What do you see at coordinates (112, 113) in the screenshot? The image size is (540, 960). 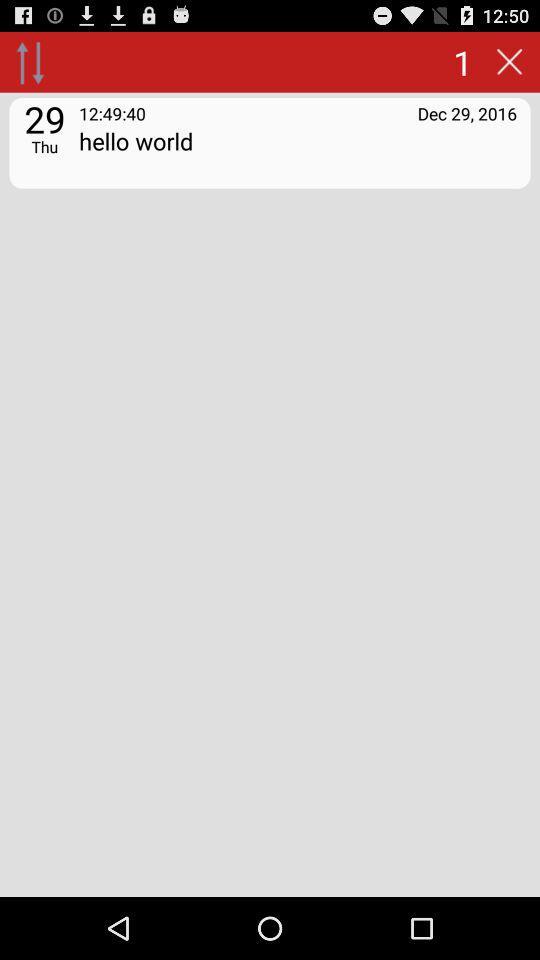 I see `the app to the left of the dec 29, 2016 app` at bounding box center [112, 113].